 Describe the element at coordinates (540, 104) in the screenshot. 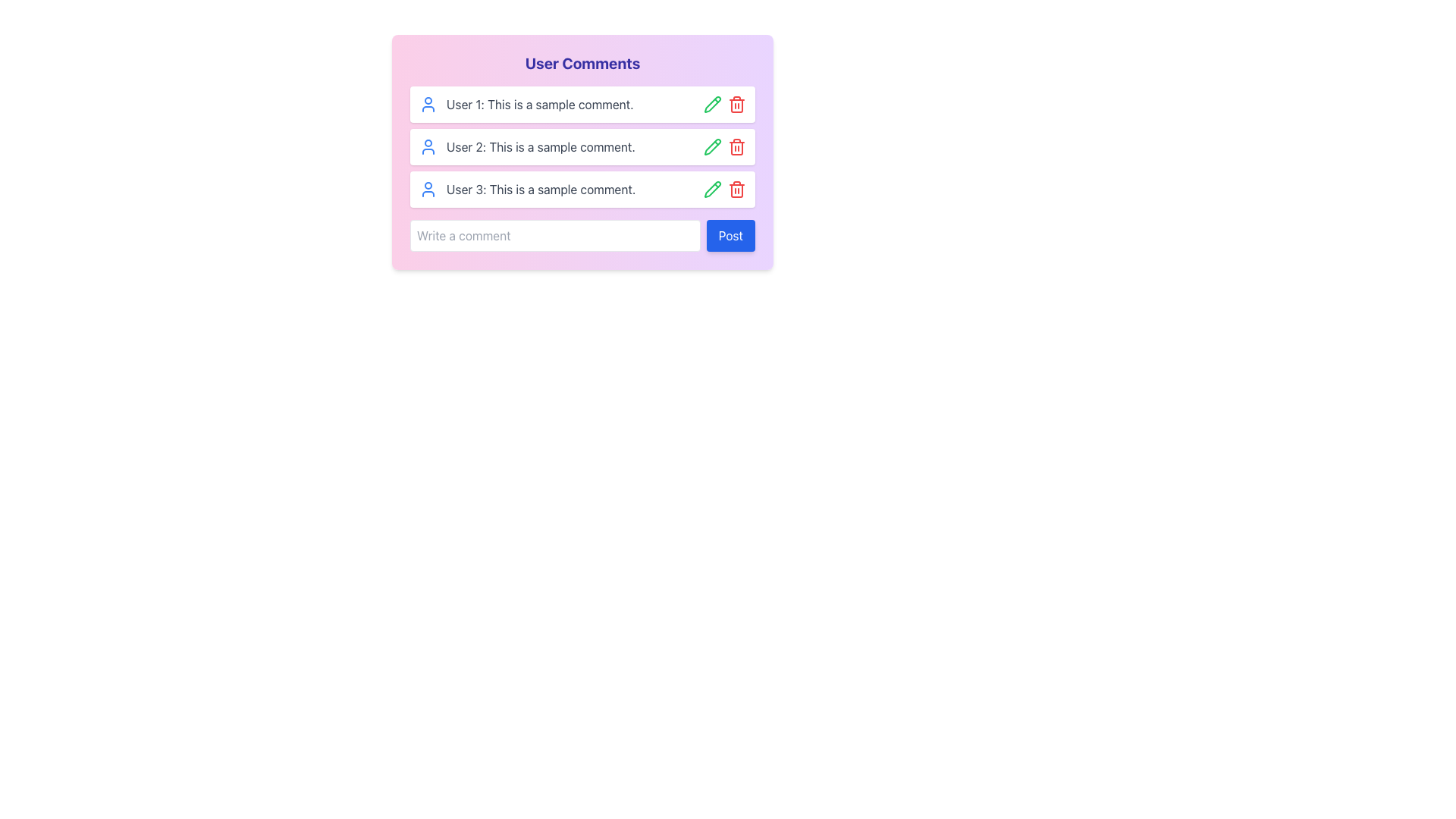

I see `comment content displayed by the static text element attributed to 'User 1', which is the first entry in the comments list` at that location.